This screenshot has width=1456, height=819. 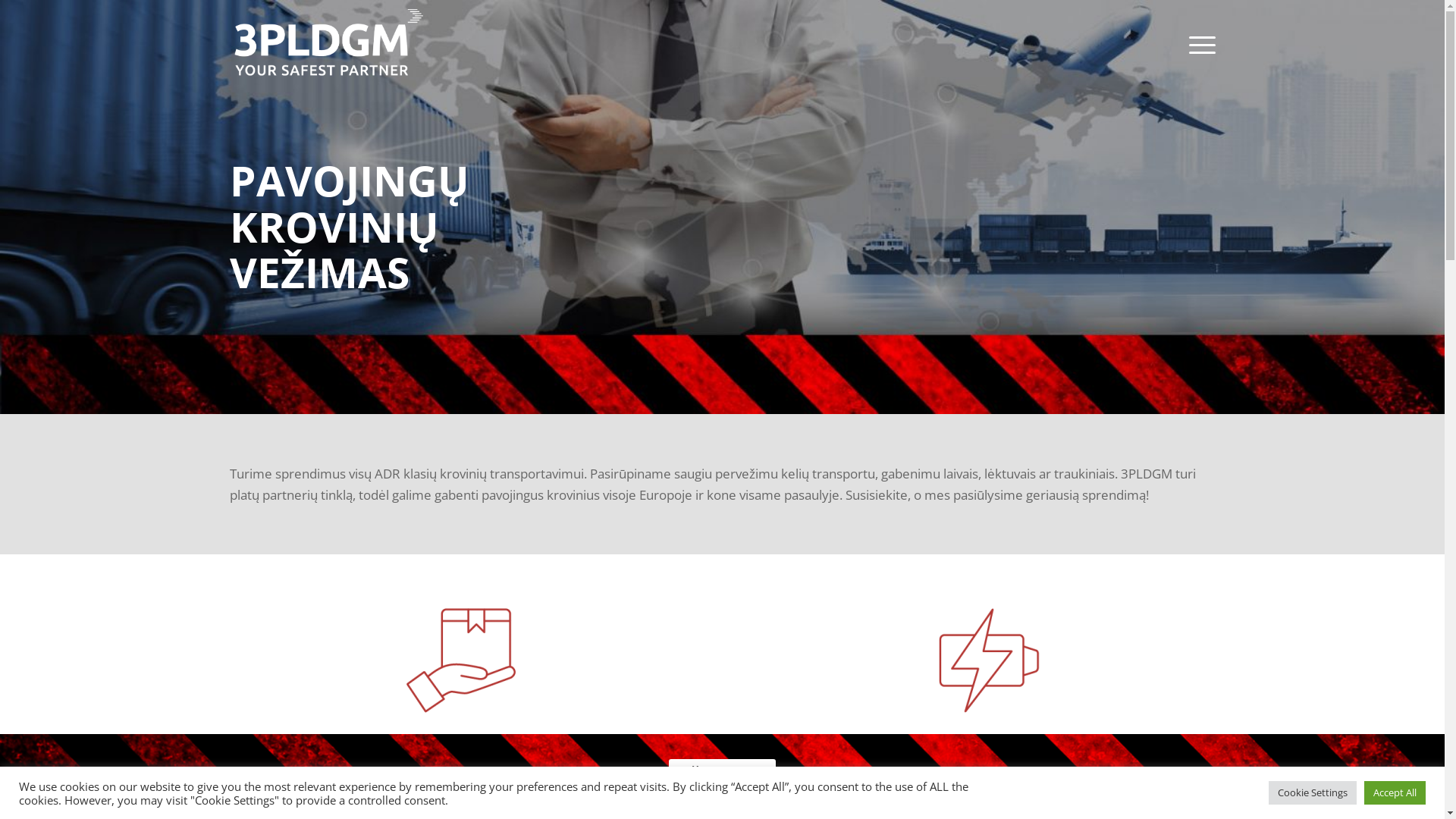 What do you see at coordinates (327, 43) in the screenshot?
I see `'Logo copy W'` at bounding box center [327, 43].